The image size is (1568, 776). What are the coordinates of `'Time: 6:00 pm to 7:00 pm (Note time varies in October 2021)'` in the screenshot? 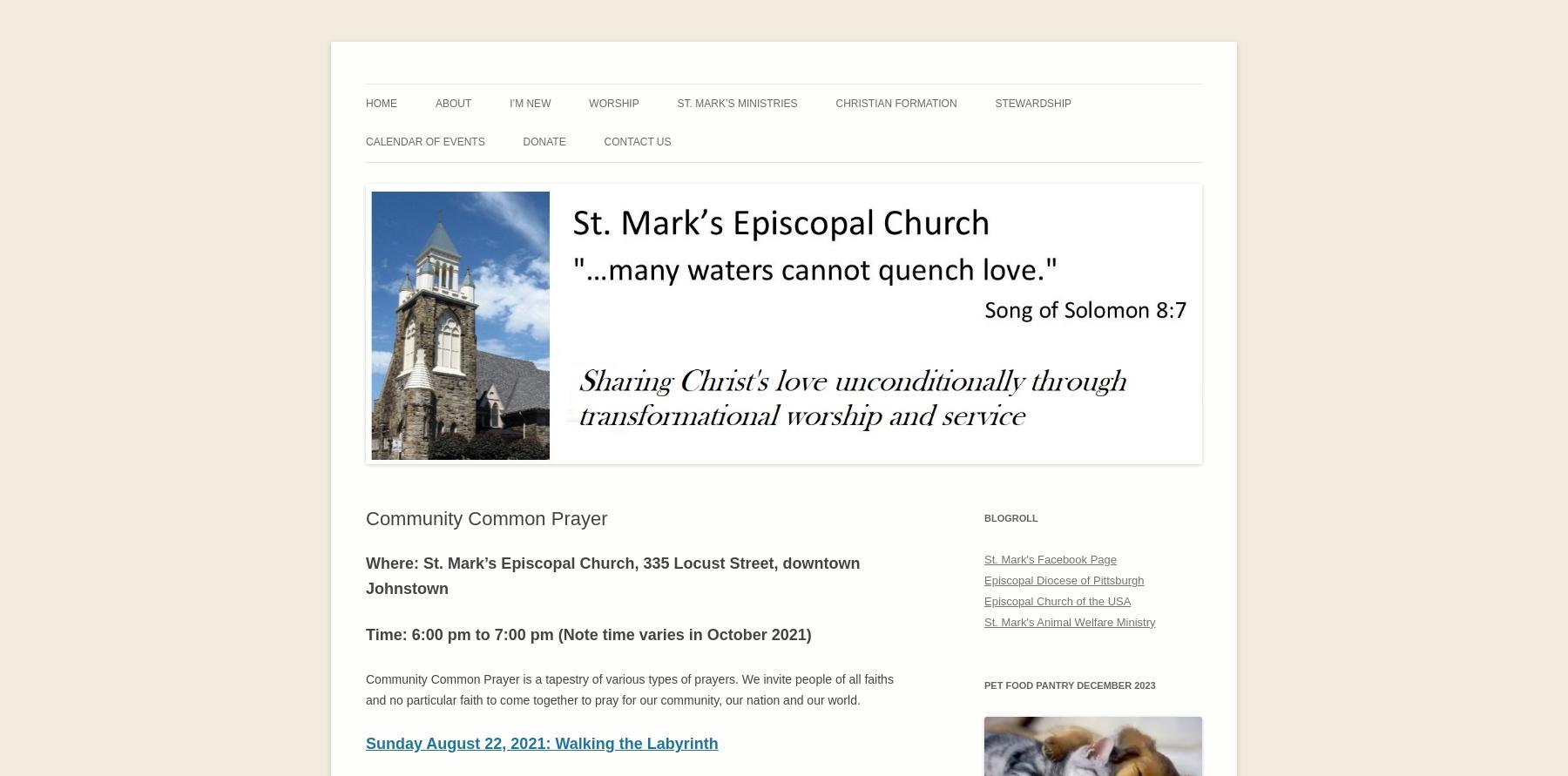 It's located at (365, 634).